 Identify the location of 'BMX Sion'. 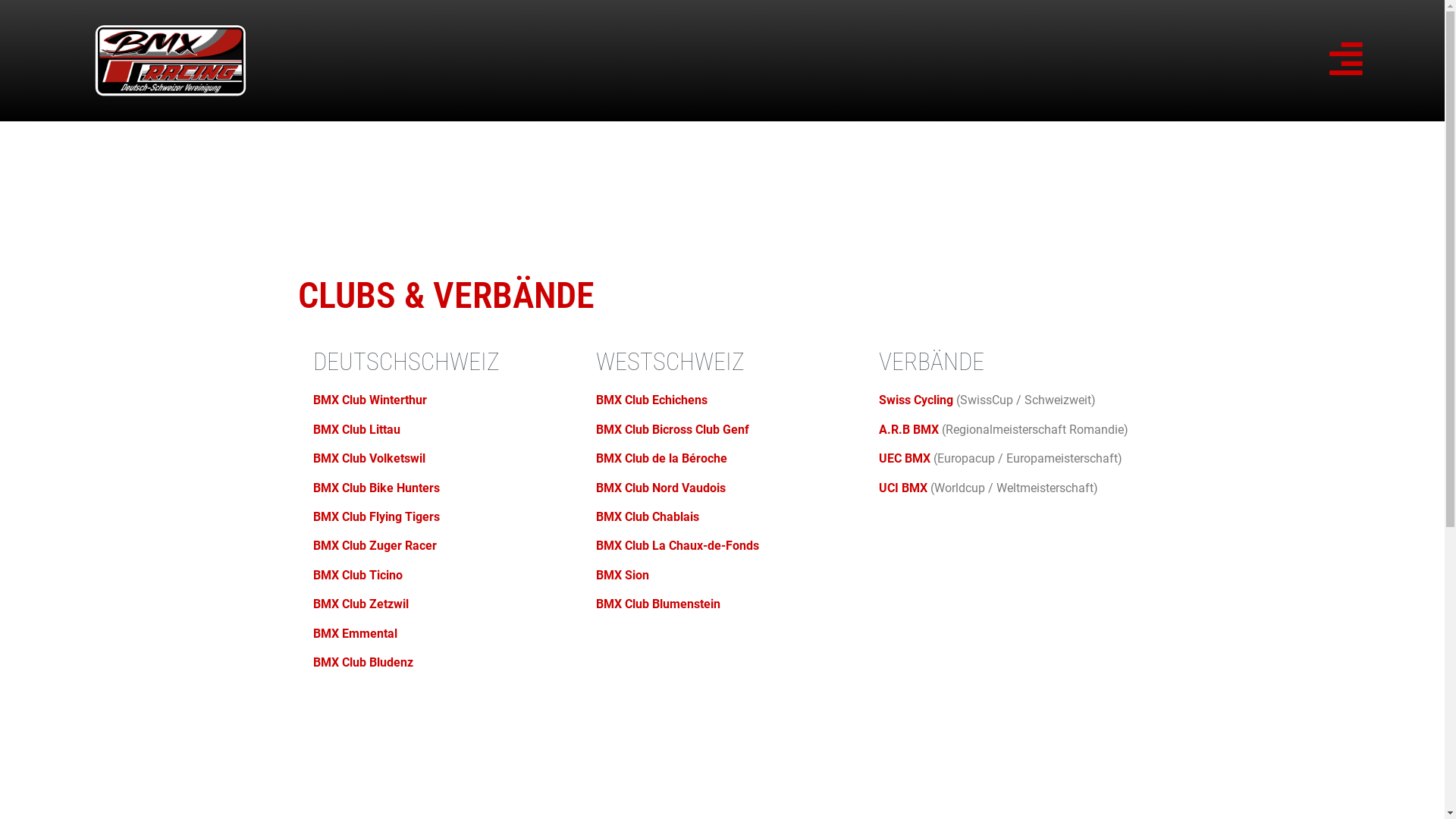
(622, 575).